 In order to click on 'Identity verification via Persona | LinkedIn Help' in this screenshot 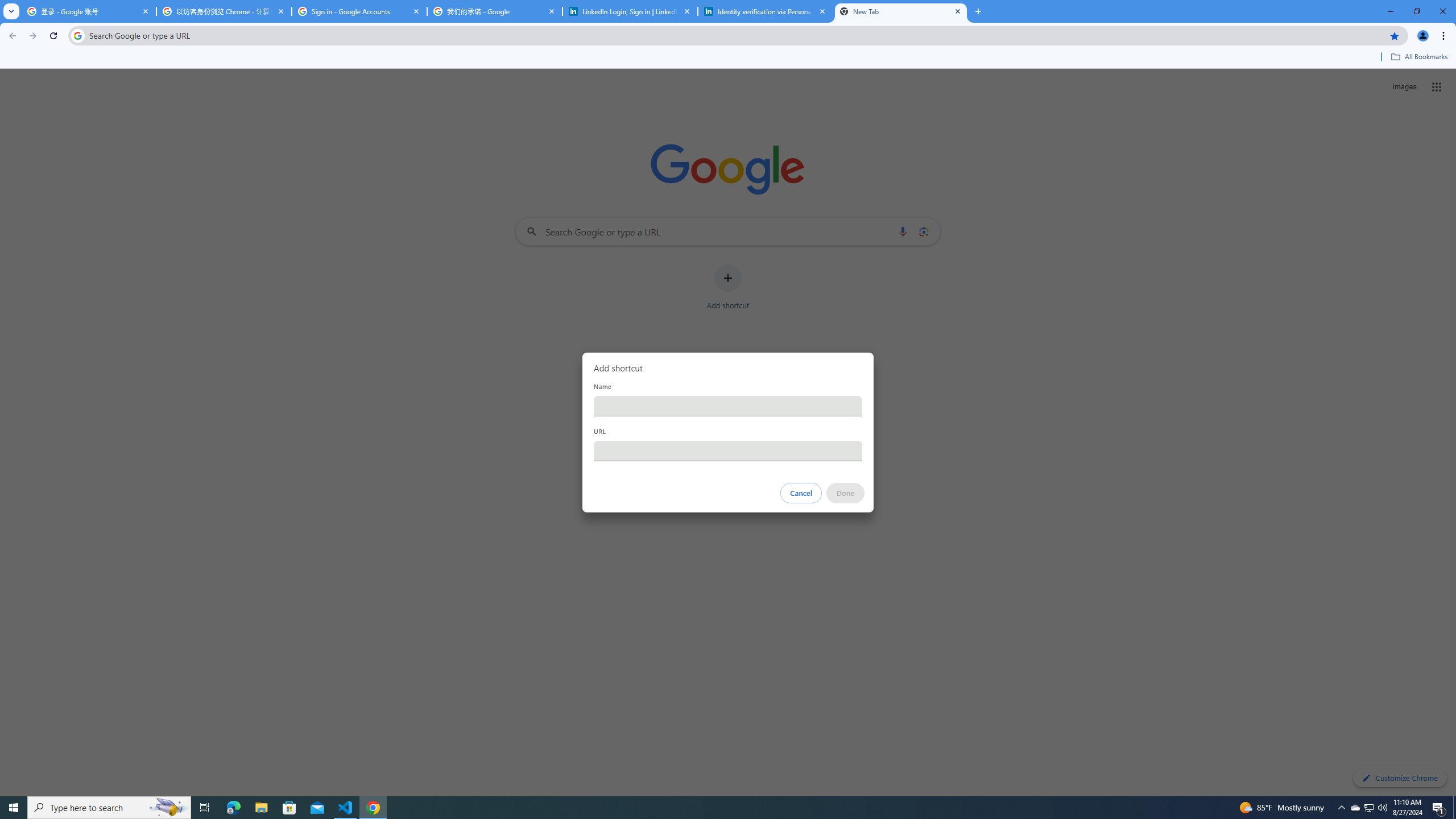, I will do `click(765, 11)`.